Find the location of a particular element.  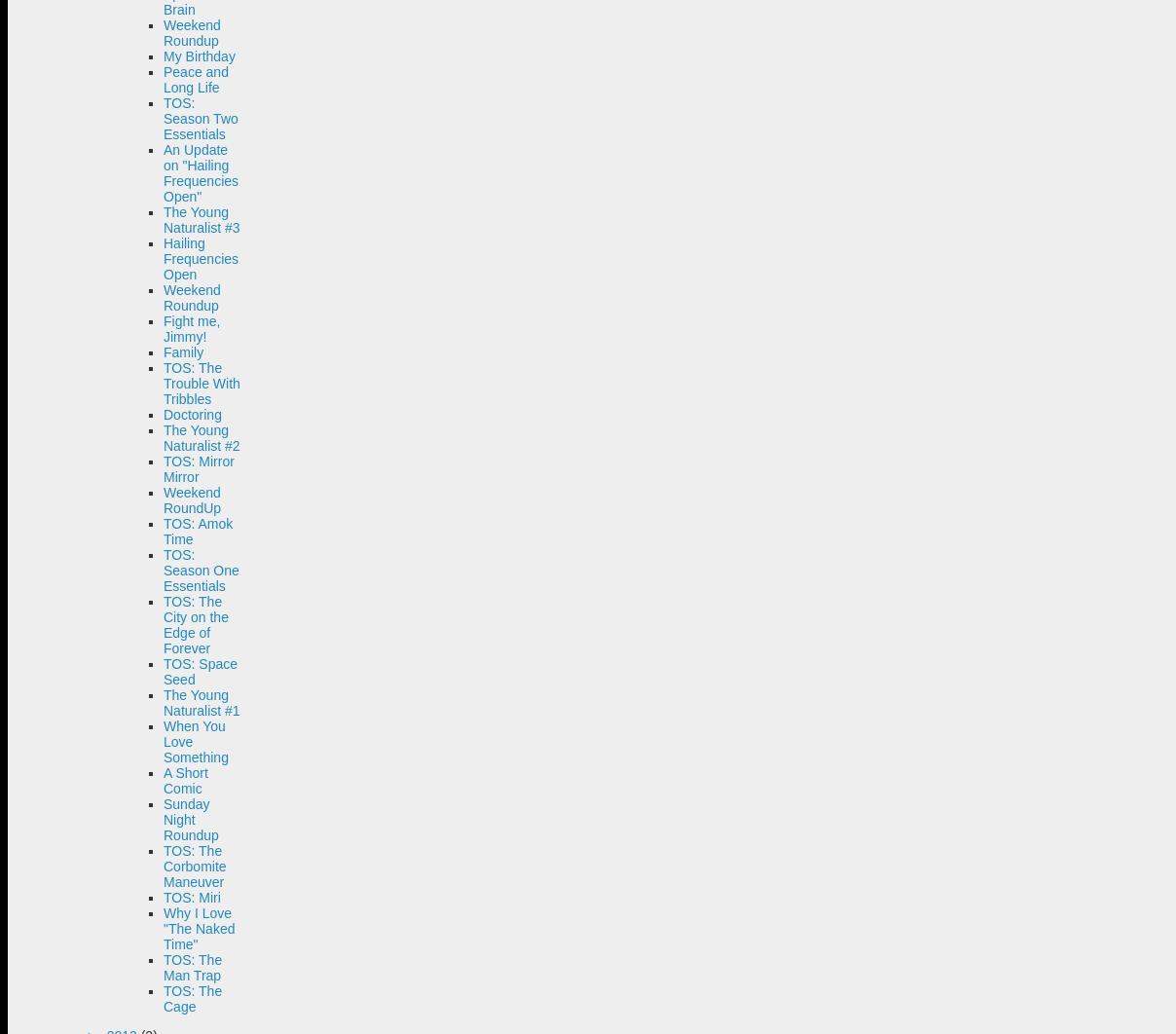

'Weekend RoundUp' is located at coordinates (192, 499).